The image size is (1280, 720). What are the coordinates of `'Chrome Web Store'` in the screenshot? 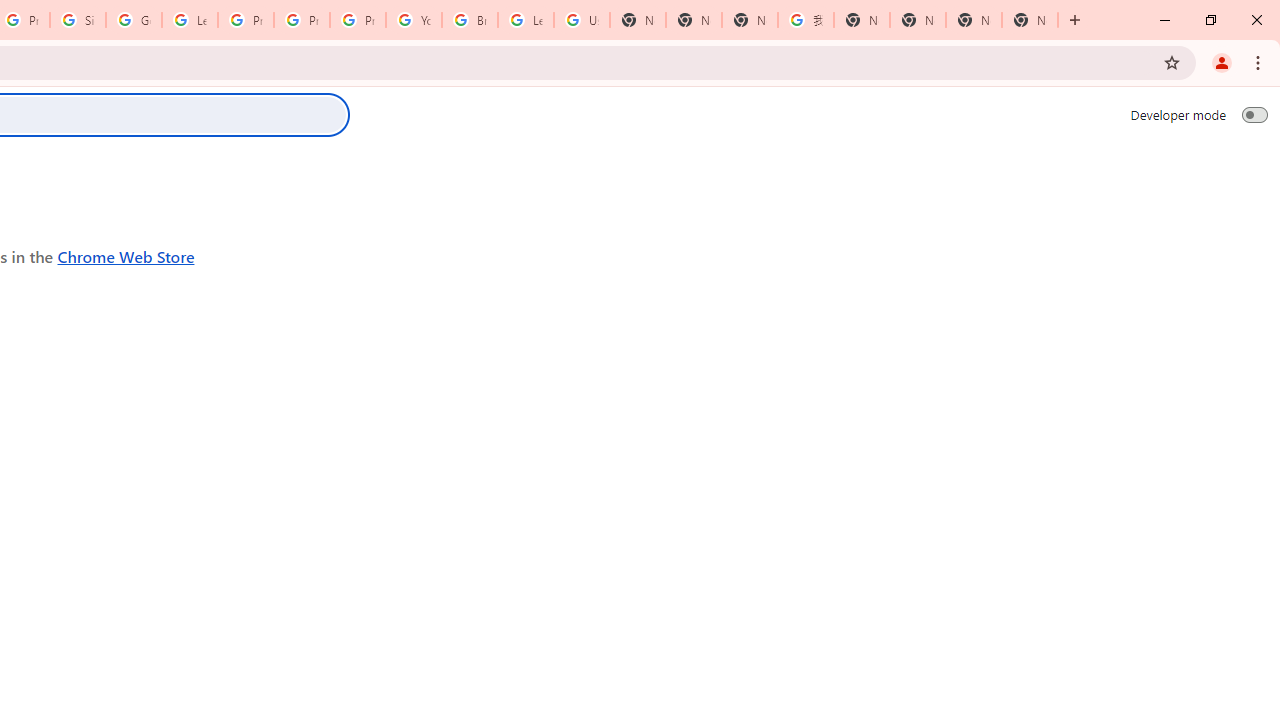 It's located at (125, 255).